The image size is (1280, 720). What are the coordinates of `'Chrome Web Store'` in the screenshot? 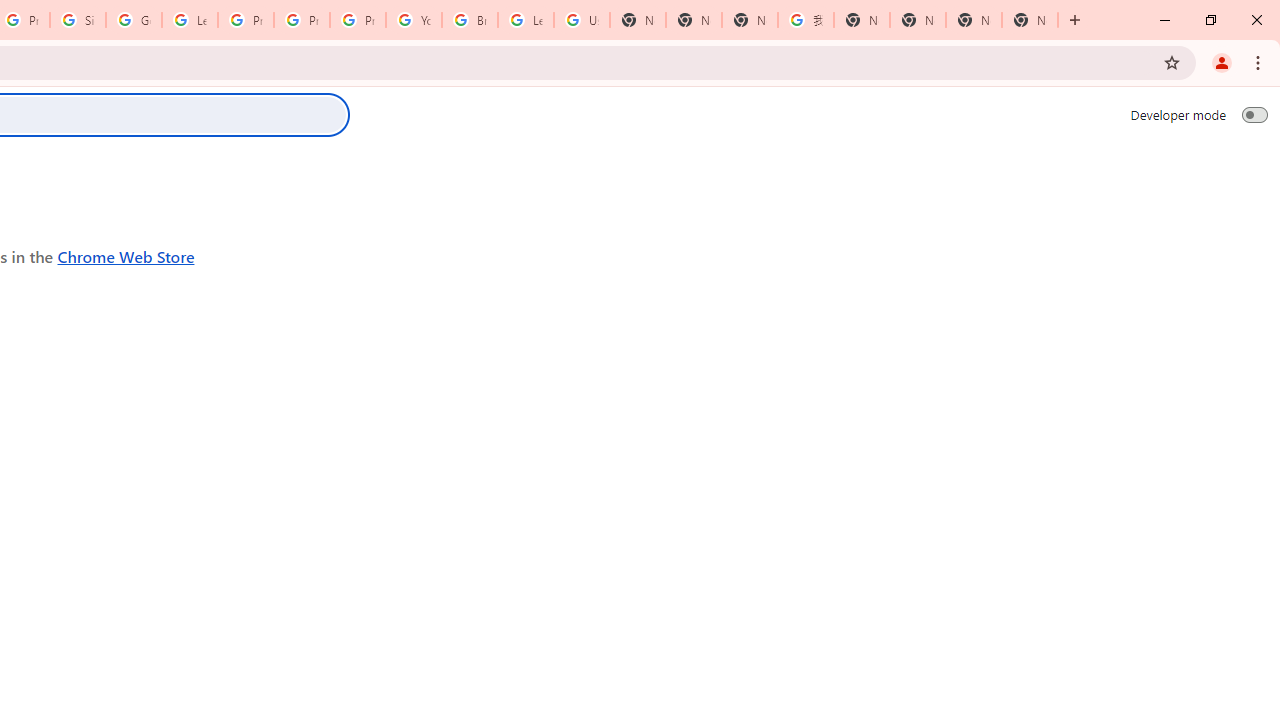 It's located at (125, 255).